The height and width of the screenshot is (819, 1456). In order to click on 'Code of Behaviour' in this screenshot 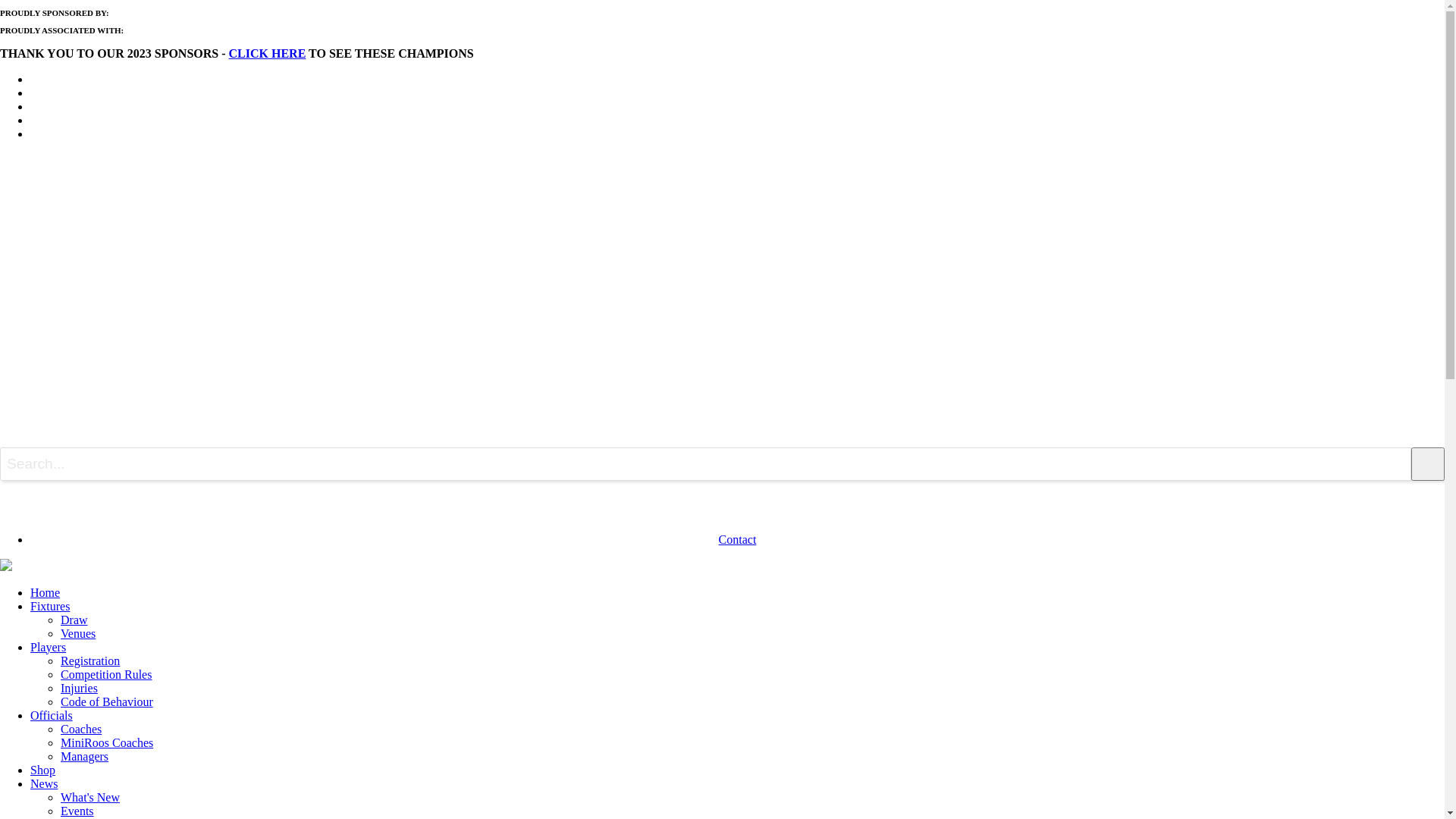, I will do `click(105, 701)`.